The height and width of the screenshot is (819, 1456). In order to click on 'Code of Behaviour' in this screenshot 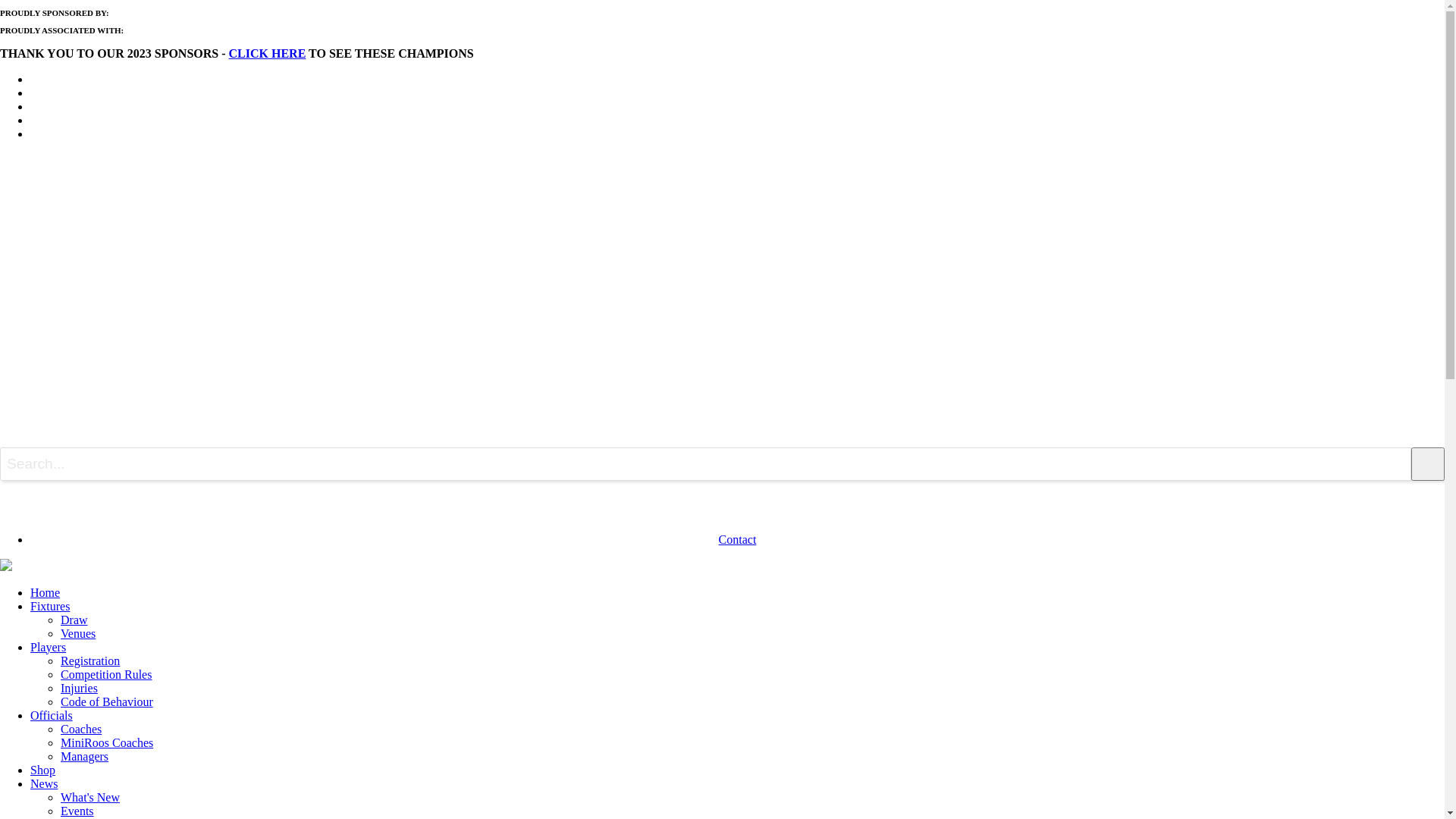, I will do `click(105, 701)`.